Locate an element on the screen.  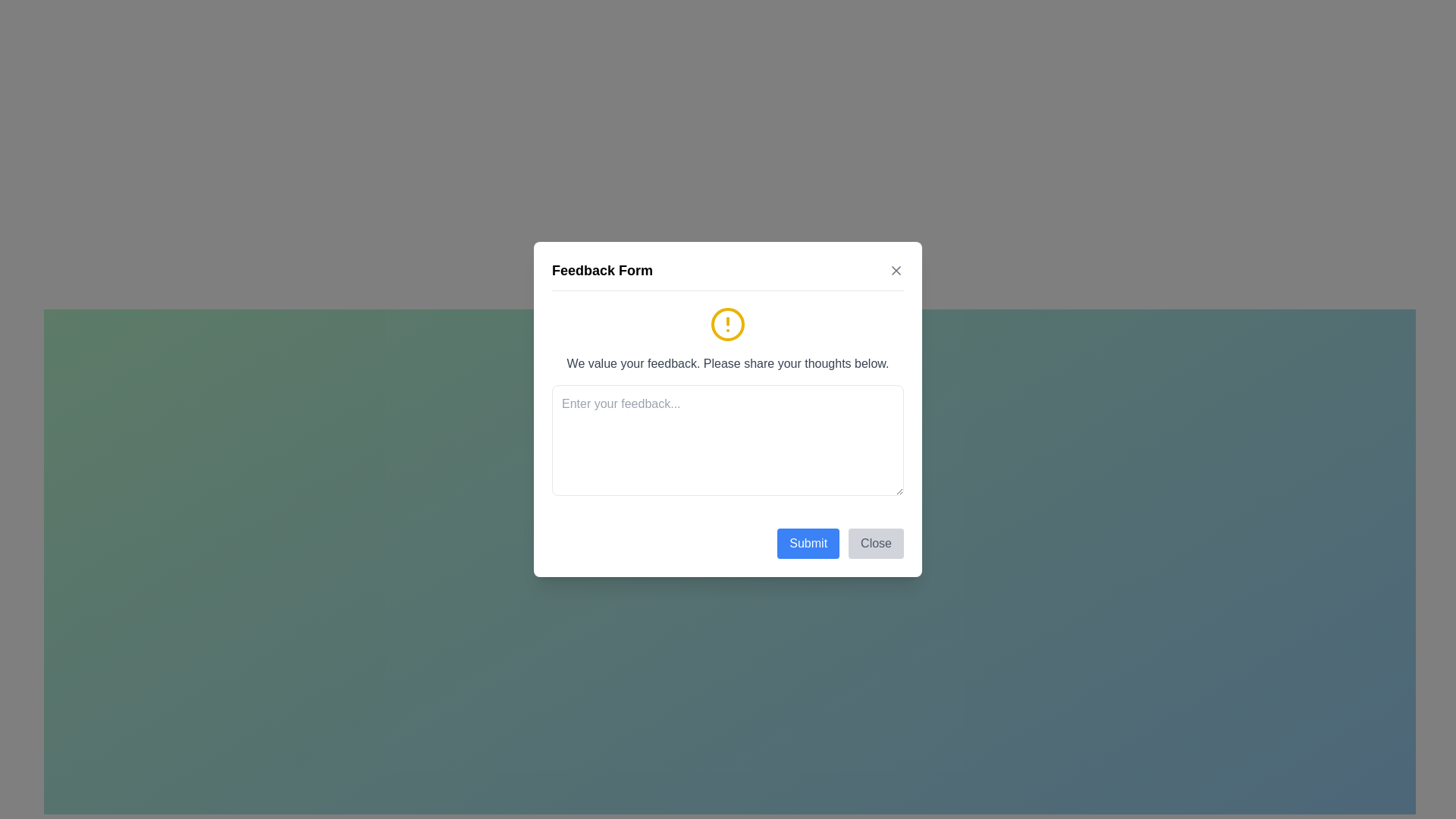
the visual indicator or warning symbol located directly above the text 'We value your feedback. Please share your thoughts below.' in the feedback modal is located at coordinates (728, 324).